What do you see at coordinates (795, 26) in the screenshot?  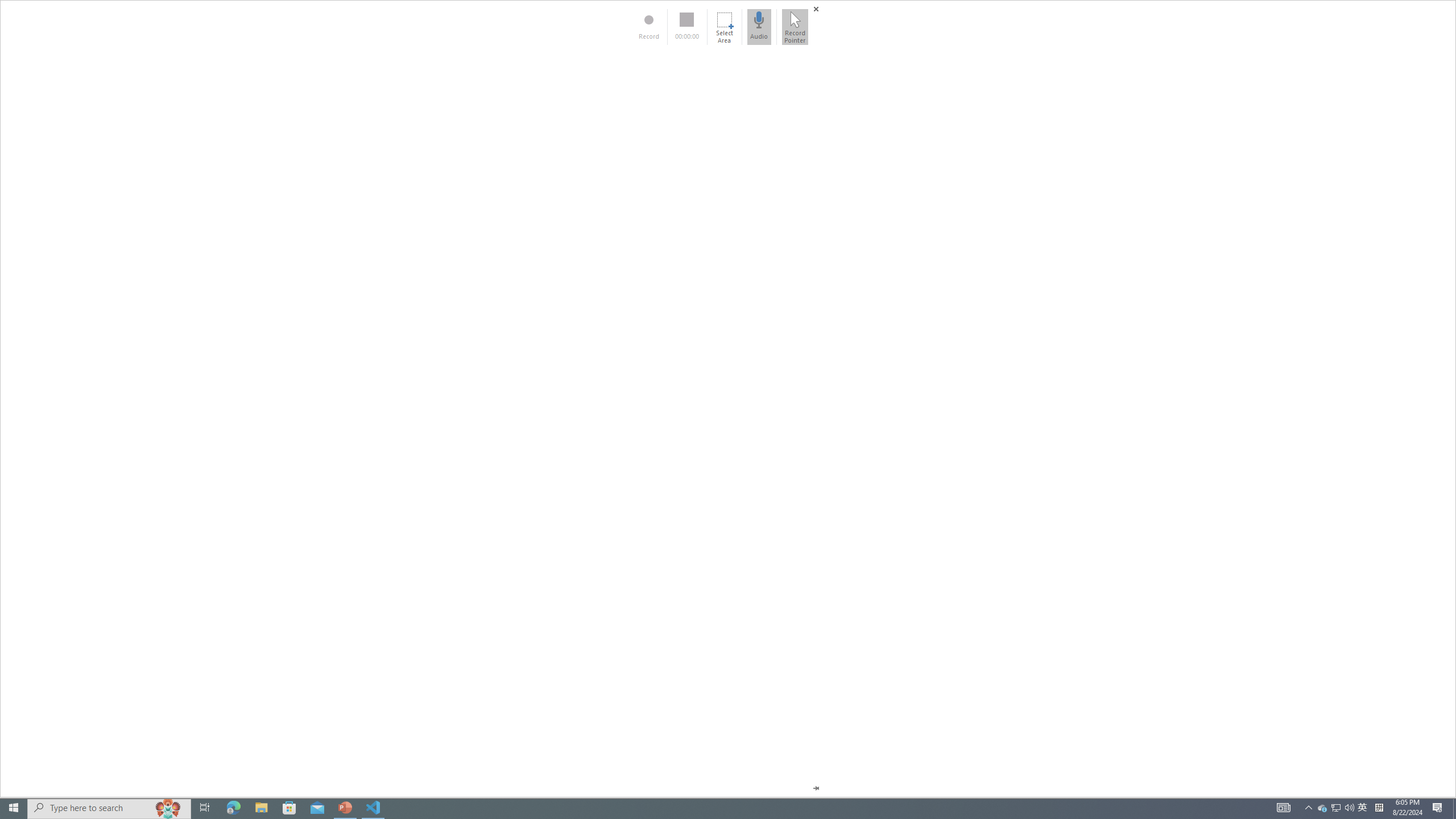 I see `'Record Pointer'` at bounding box center [795, 26].